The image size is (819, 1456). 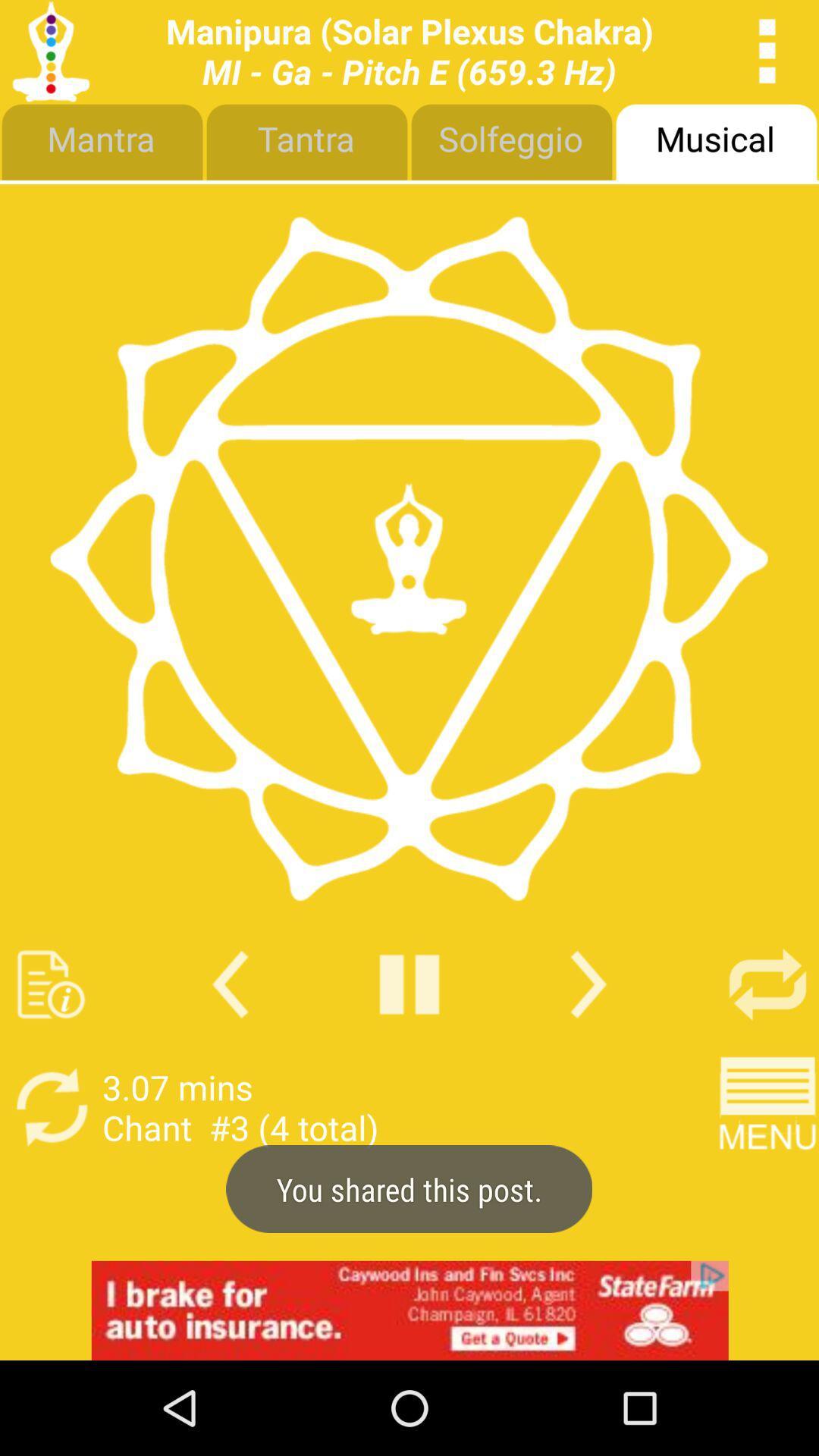 I want to click on the arrow_backward icon, so click(x=230, y=1053).